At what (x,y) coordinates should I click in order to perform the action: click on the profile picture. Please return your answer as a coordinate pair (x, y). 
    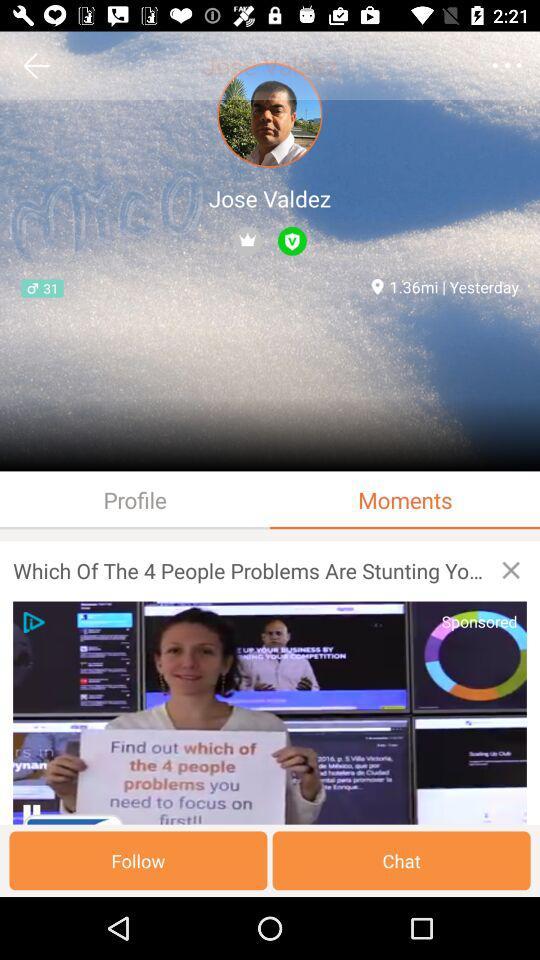
    Looking at the image, I should click on (270, 115).